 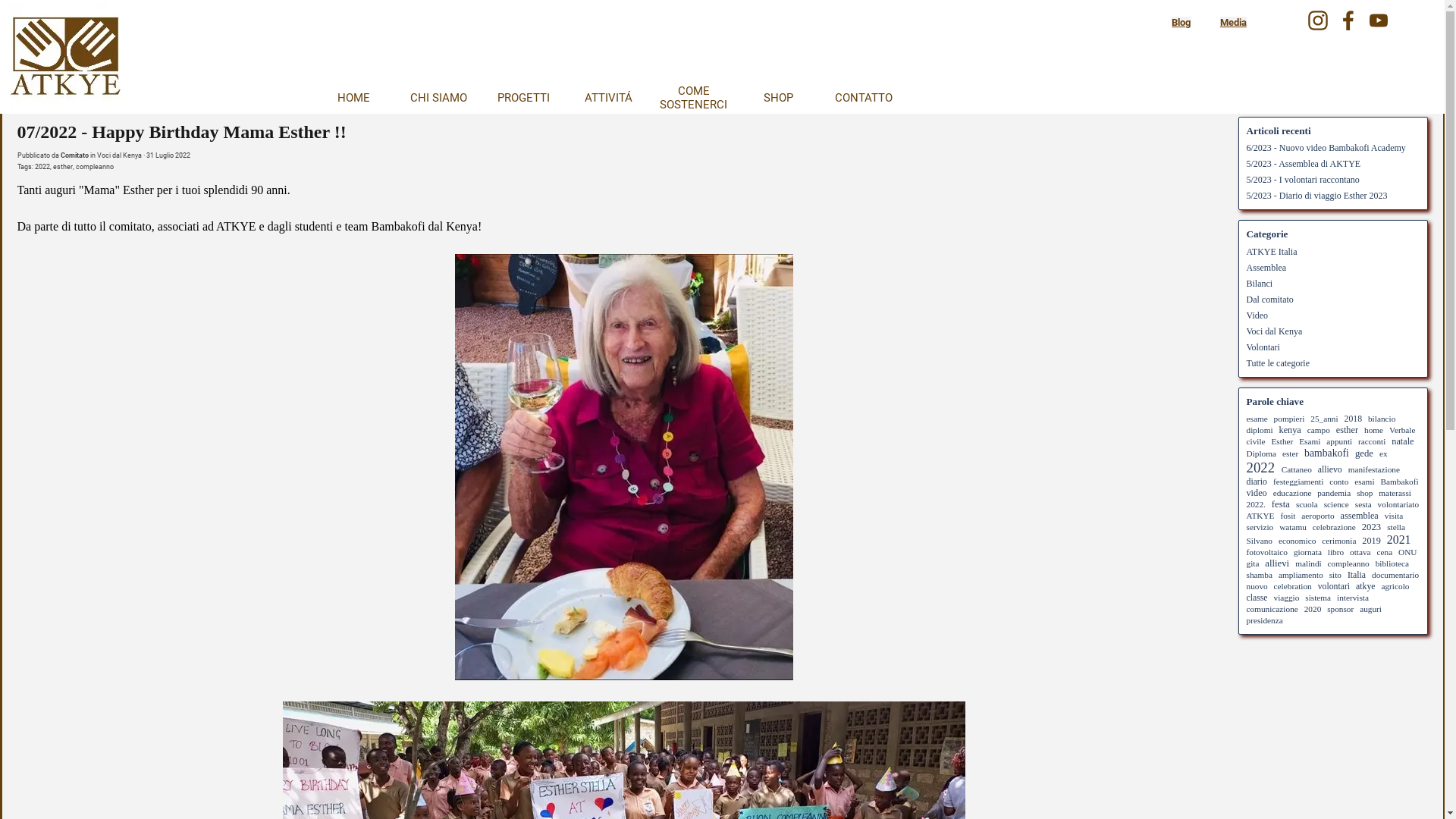 What do you see at coordinates (1371, 540) in the screenshot?
I see `'2019'` at bounding box center [1371, 540].